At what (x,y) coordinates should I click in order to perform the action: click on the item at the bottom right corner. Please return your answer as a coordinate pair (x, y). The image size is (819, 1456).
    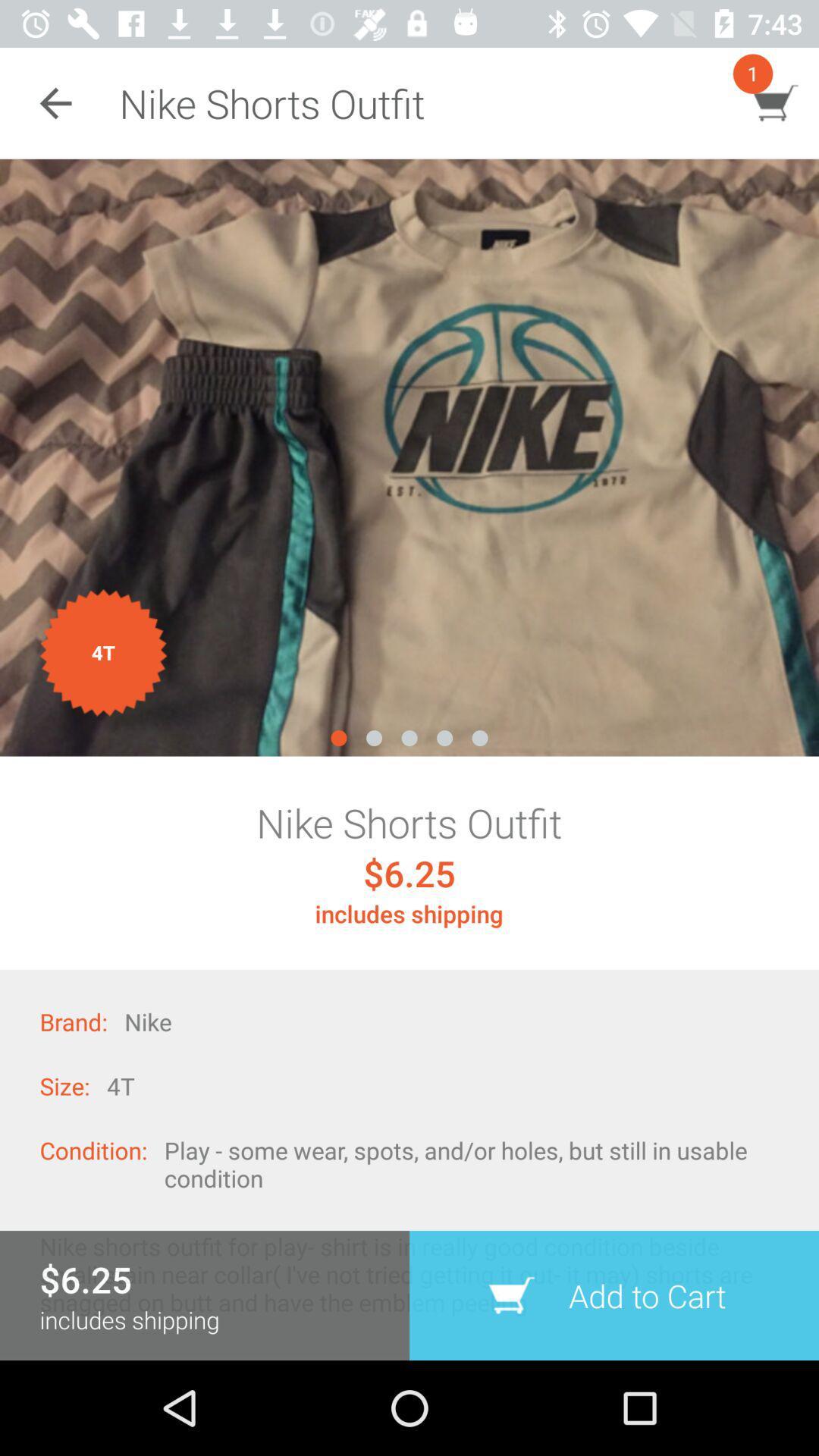
    Looking at the image, I should click on (614, 1294).